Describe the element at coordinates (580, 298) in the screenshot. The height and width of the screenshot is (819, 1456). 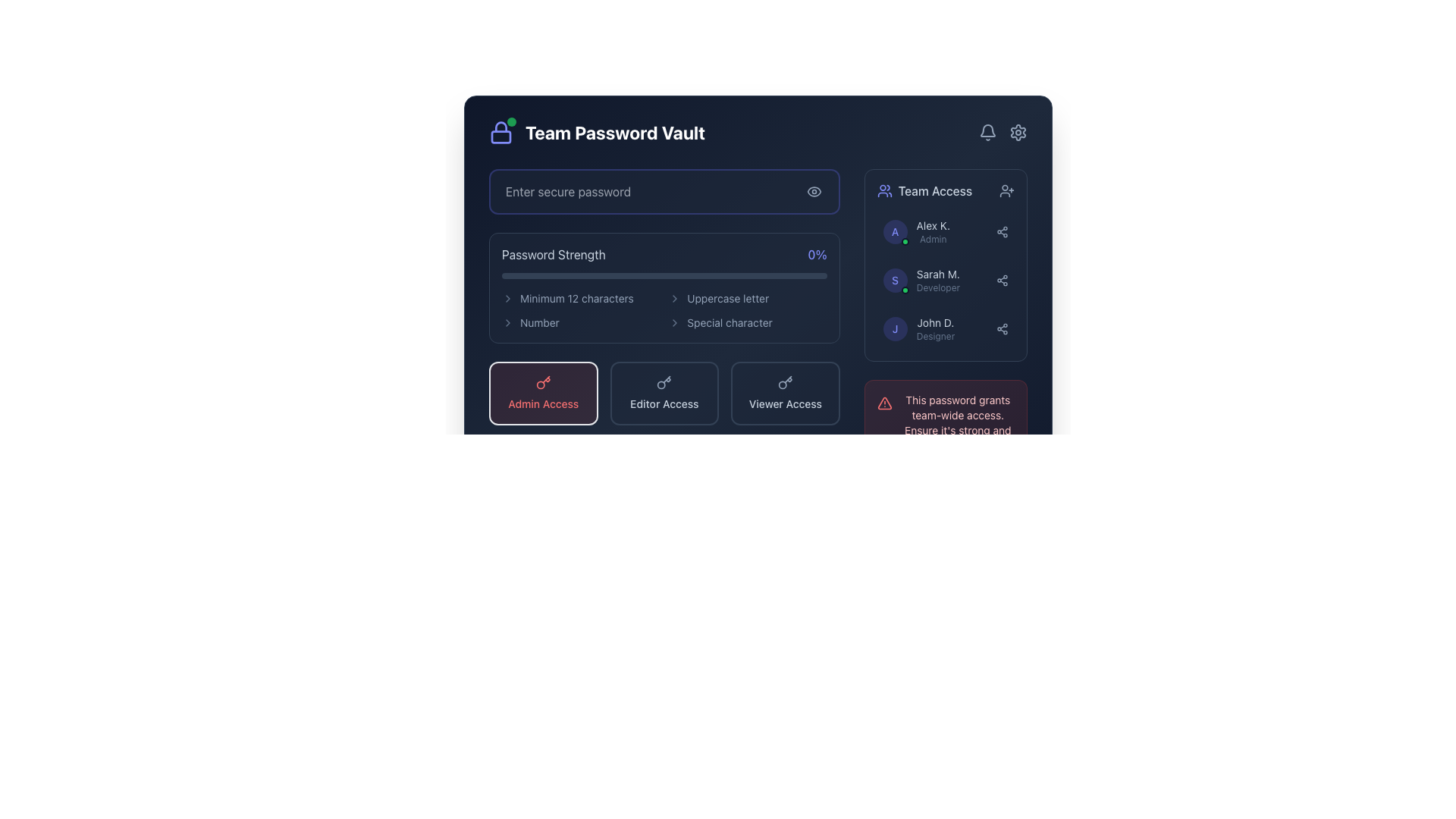
I see `the password strength criterion indicator text label` at that location.